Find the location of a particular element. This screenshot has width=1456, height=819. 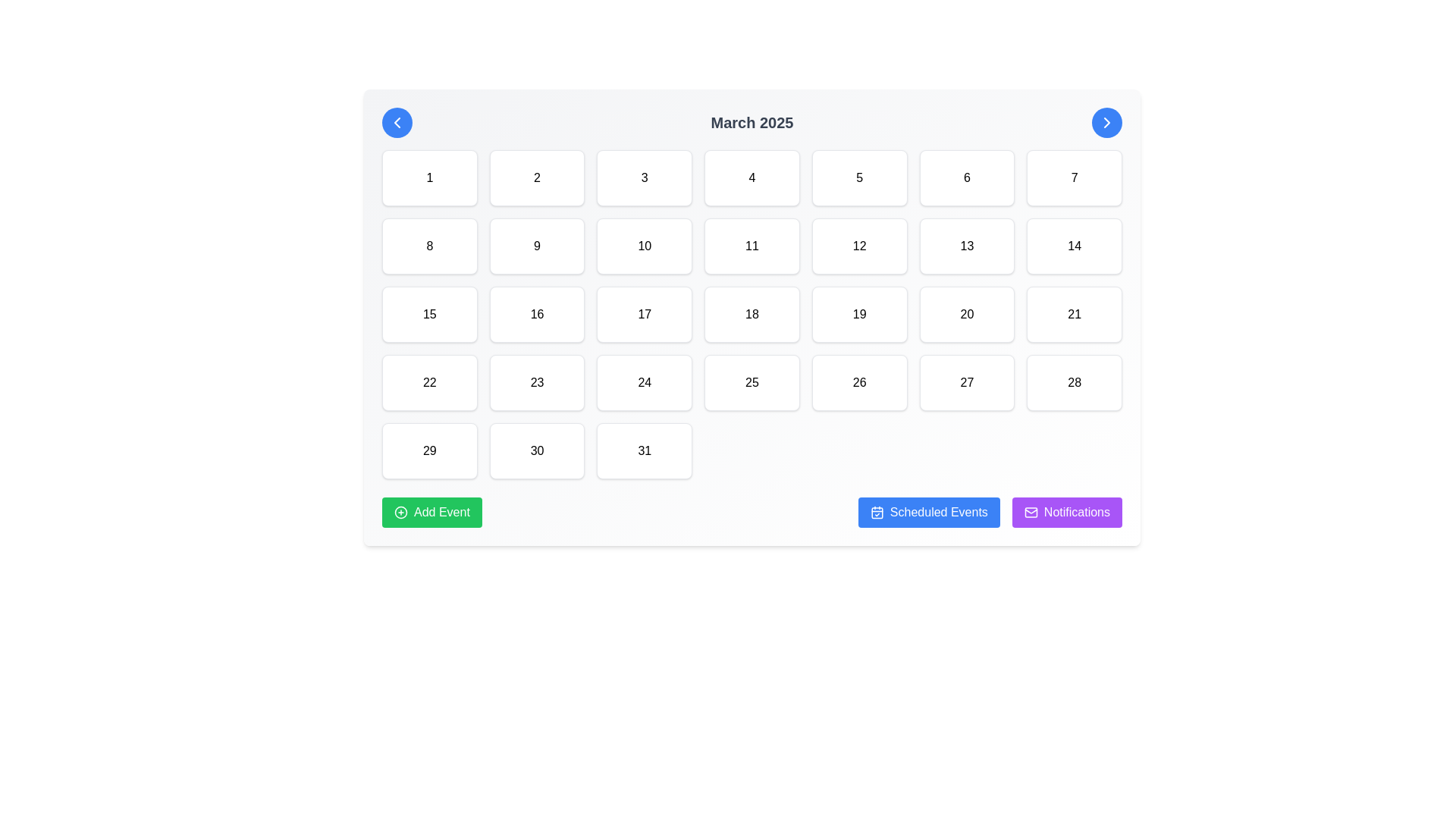

the Calendar date cell displaying the number '15' is located at coordinates (428, 314).